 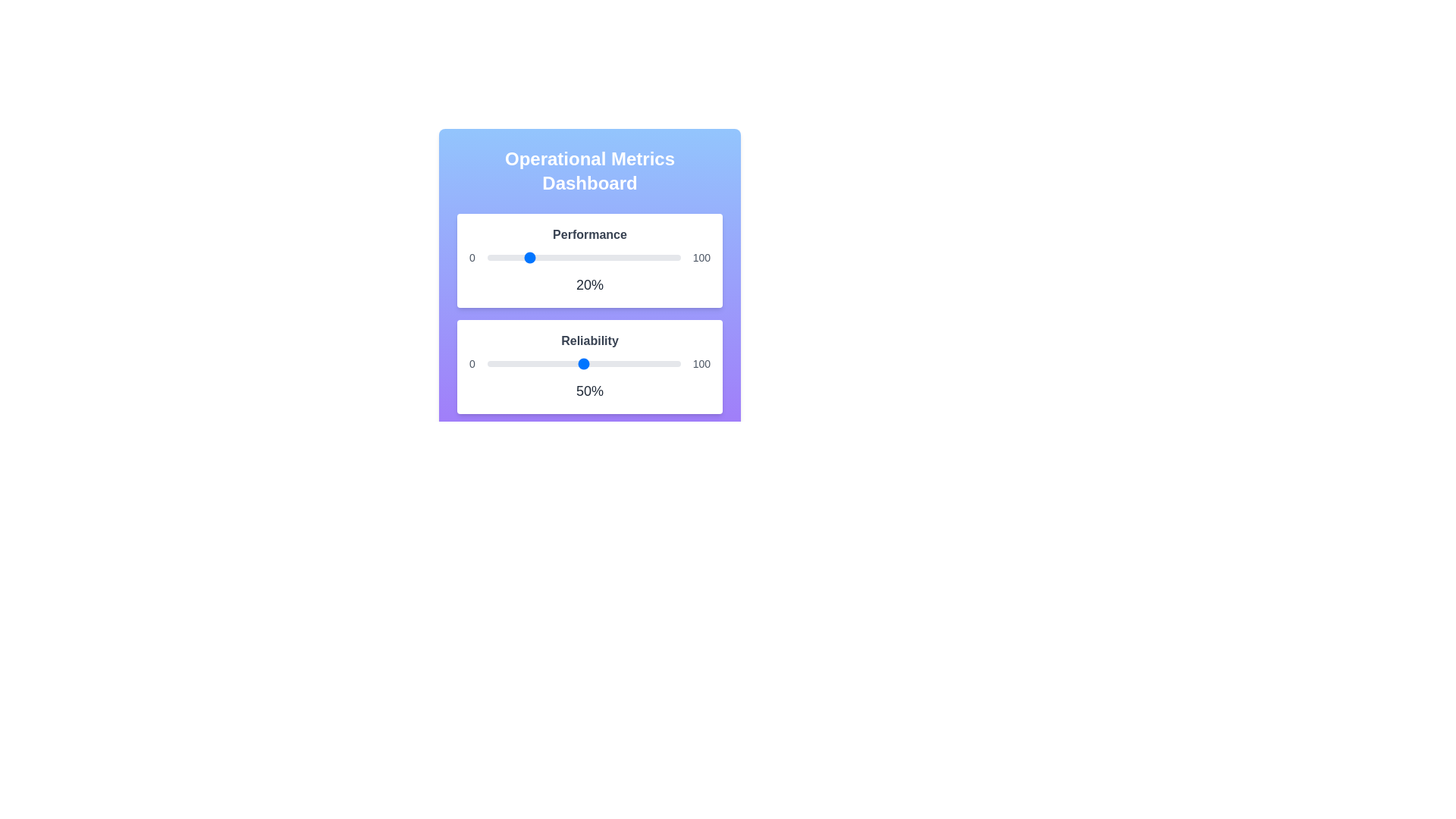 I want to click on the reliability value, so click(x=620, y=363).